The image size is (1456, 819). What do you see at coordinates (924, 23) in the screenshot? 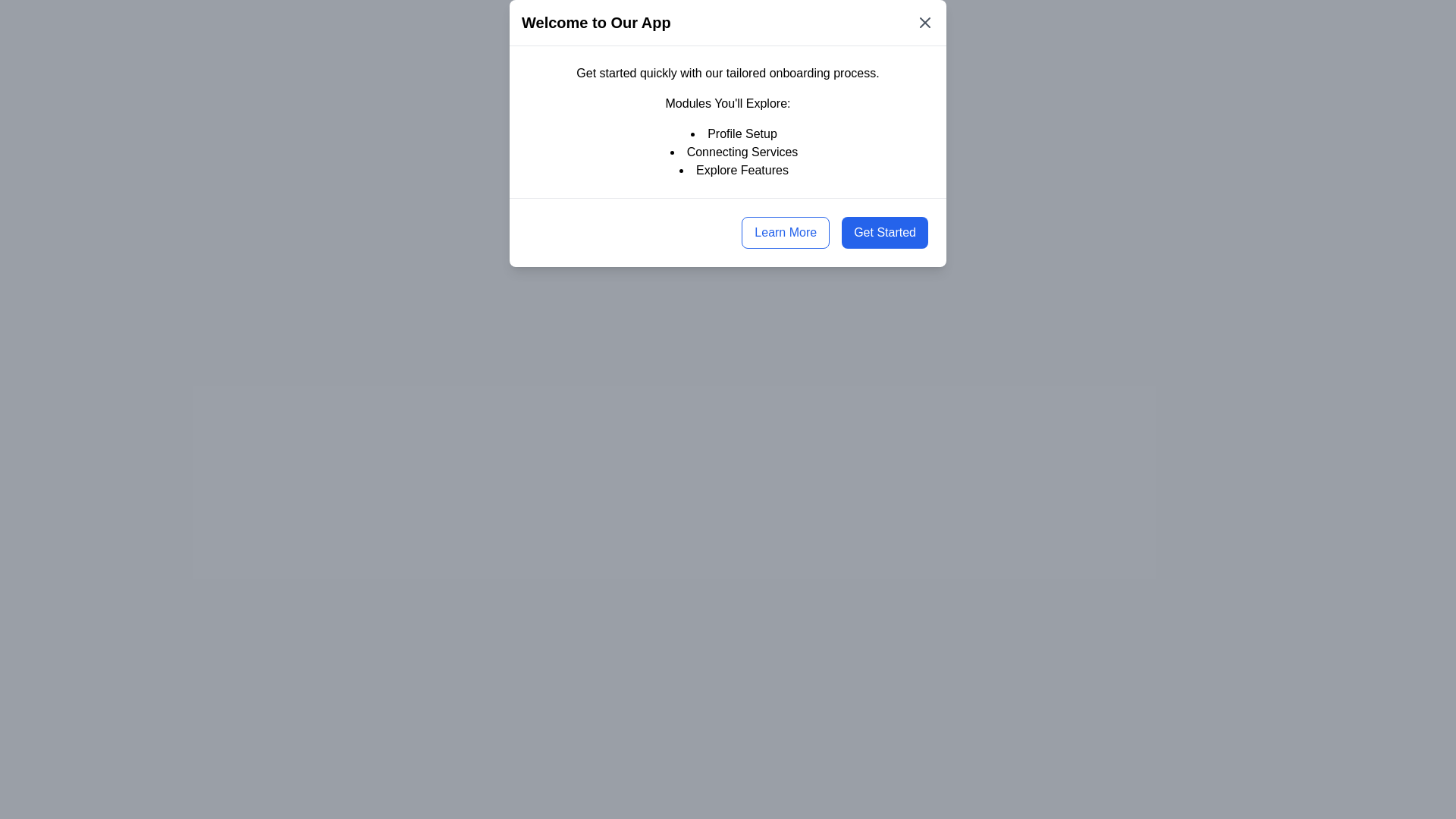
I see `the icon button at the top right corner of the modal dialog` at bounding box center [924, 23].